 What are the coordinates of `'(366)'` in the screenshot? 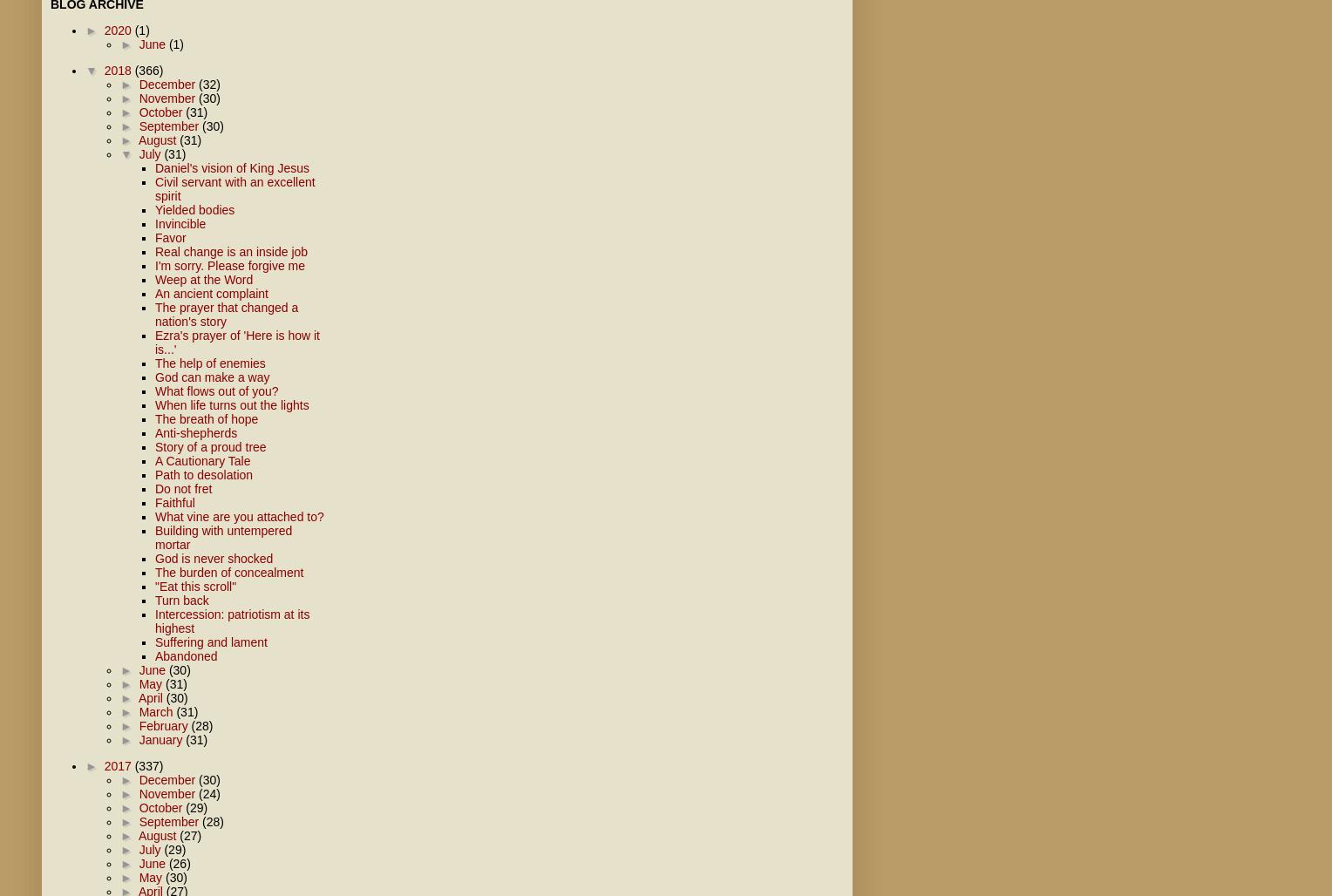 It's located at (148, 70).